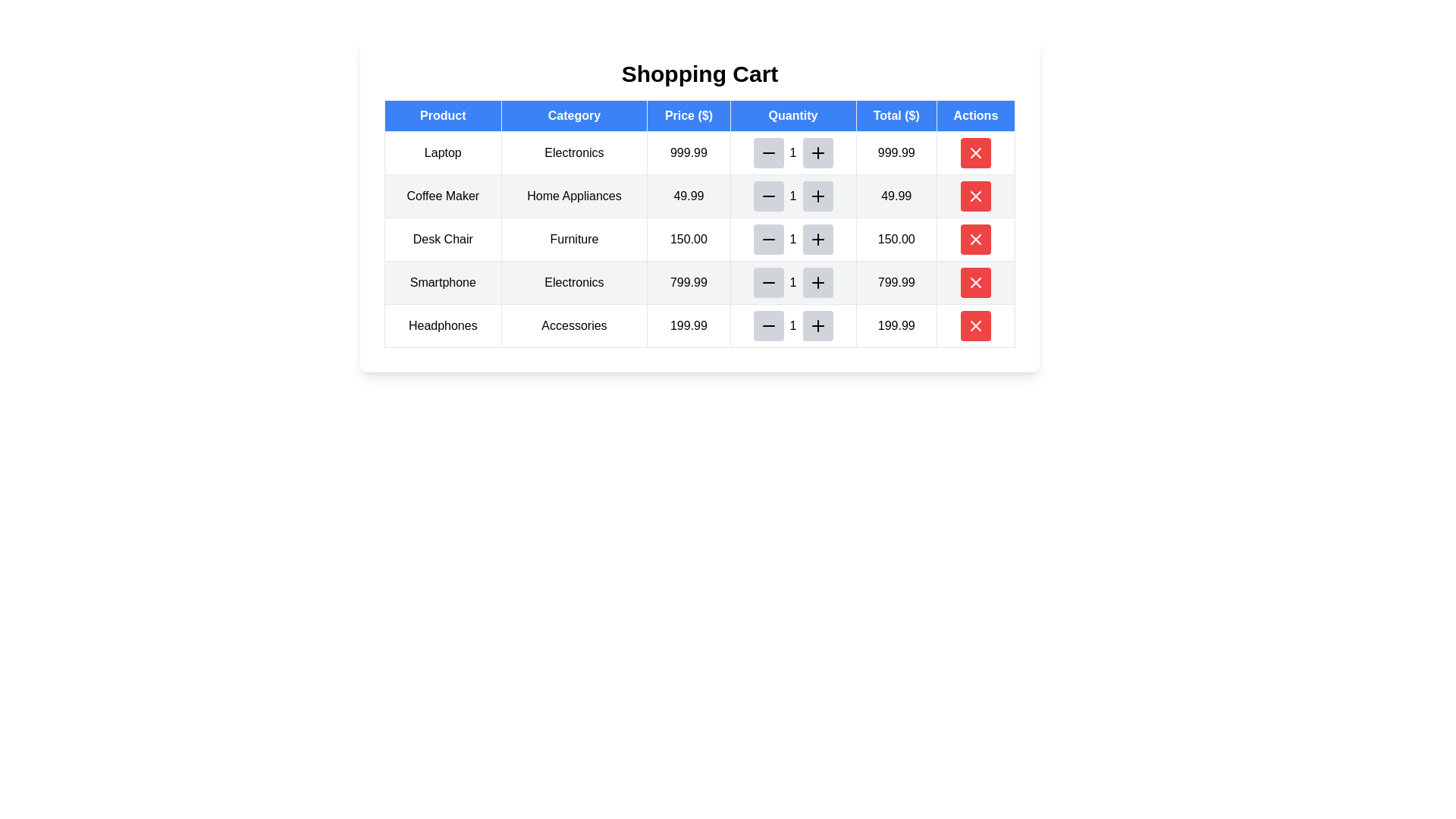  Describe the element at coordinates (768, 239) in the screenshot. I see `the small black minus icon inside the rounded gray button to decrement the quantity for the 'Desk Chair' product entry in the 'Quantity' column` at that location.